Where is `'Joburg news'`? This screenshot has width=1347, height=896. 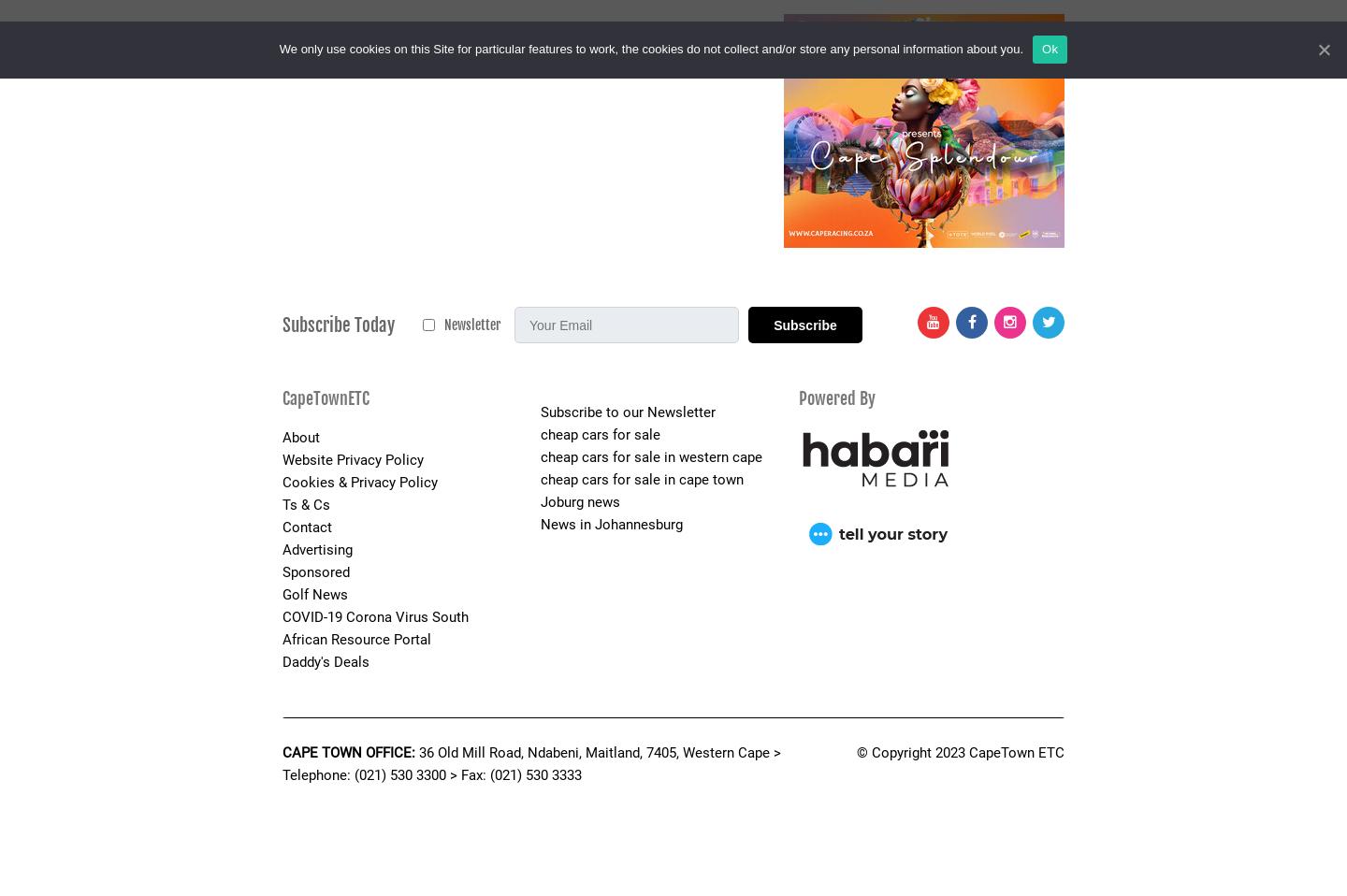 'Joburg news' is located at coordinates (578, 500).